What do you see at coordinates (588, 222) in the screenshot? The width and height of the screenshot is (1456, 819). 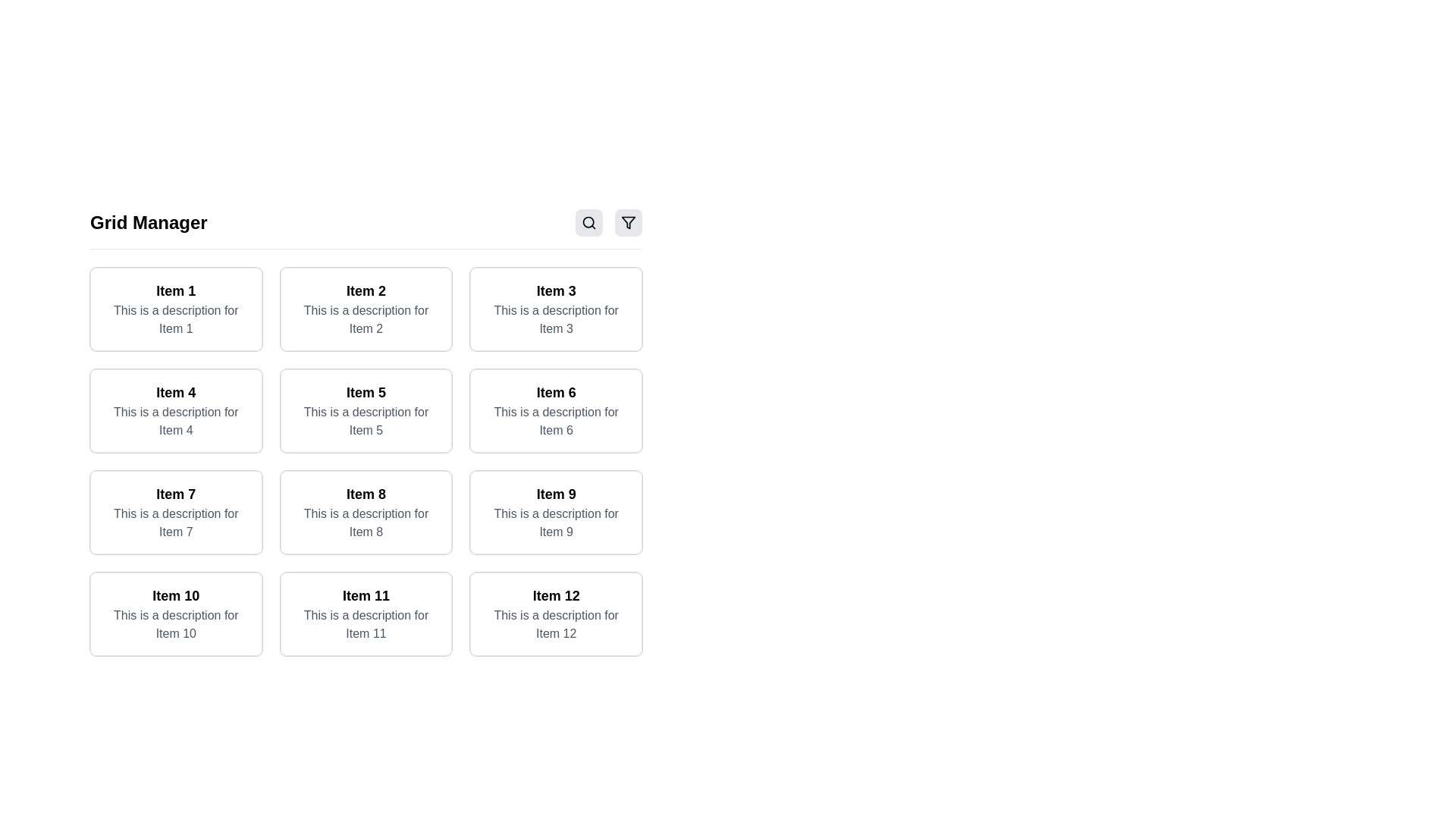 I see `the magnifying glass icon containing the circular SVG element by clicking on it to trigger actions` at bounding box center [588, 222].